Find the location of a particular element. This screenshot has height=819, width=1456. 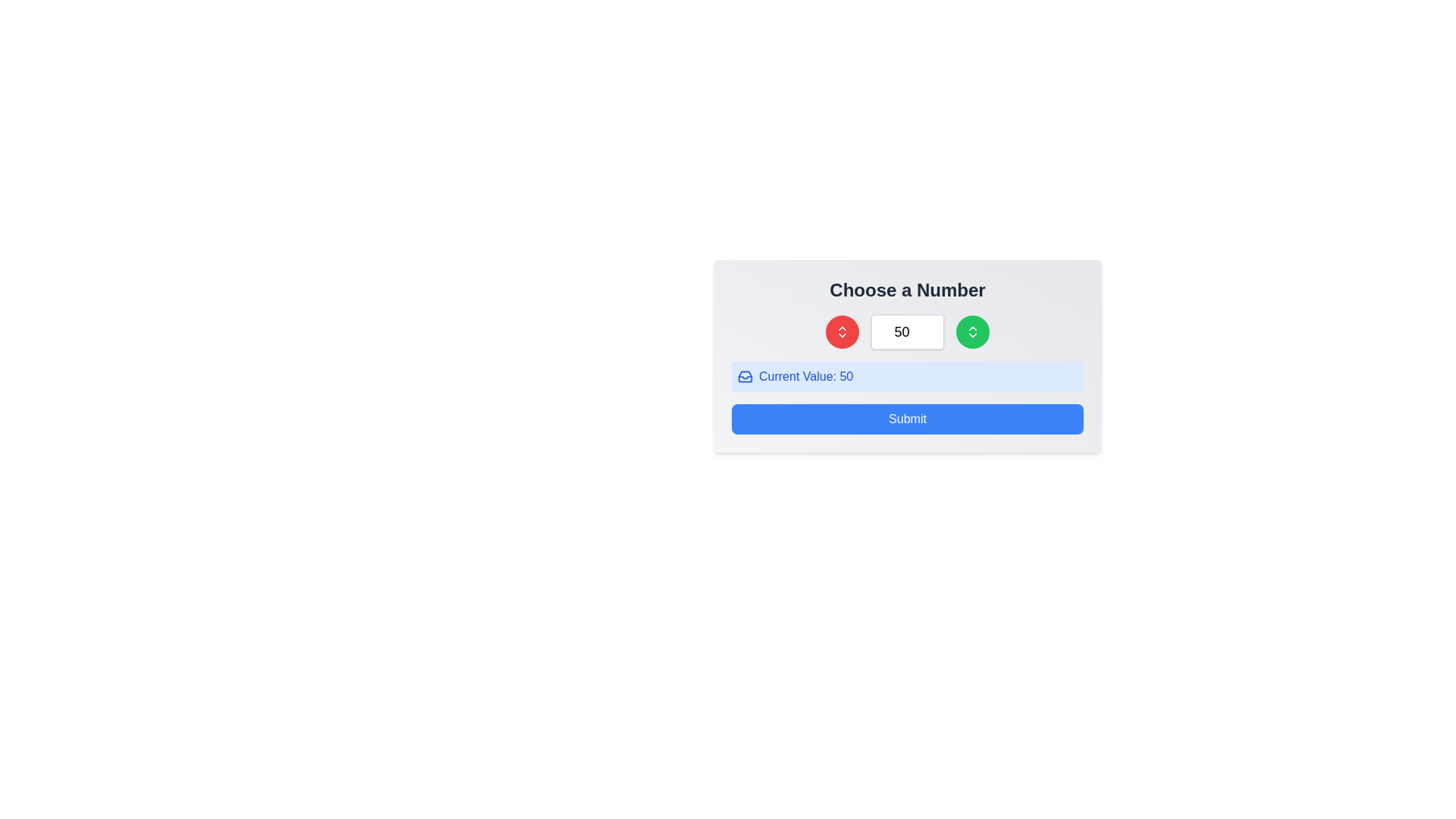

the minimalist outline inbox icon positioned on the far left of the group, just before the text 'Current Value: 50' is located at coordinates (745, 376).